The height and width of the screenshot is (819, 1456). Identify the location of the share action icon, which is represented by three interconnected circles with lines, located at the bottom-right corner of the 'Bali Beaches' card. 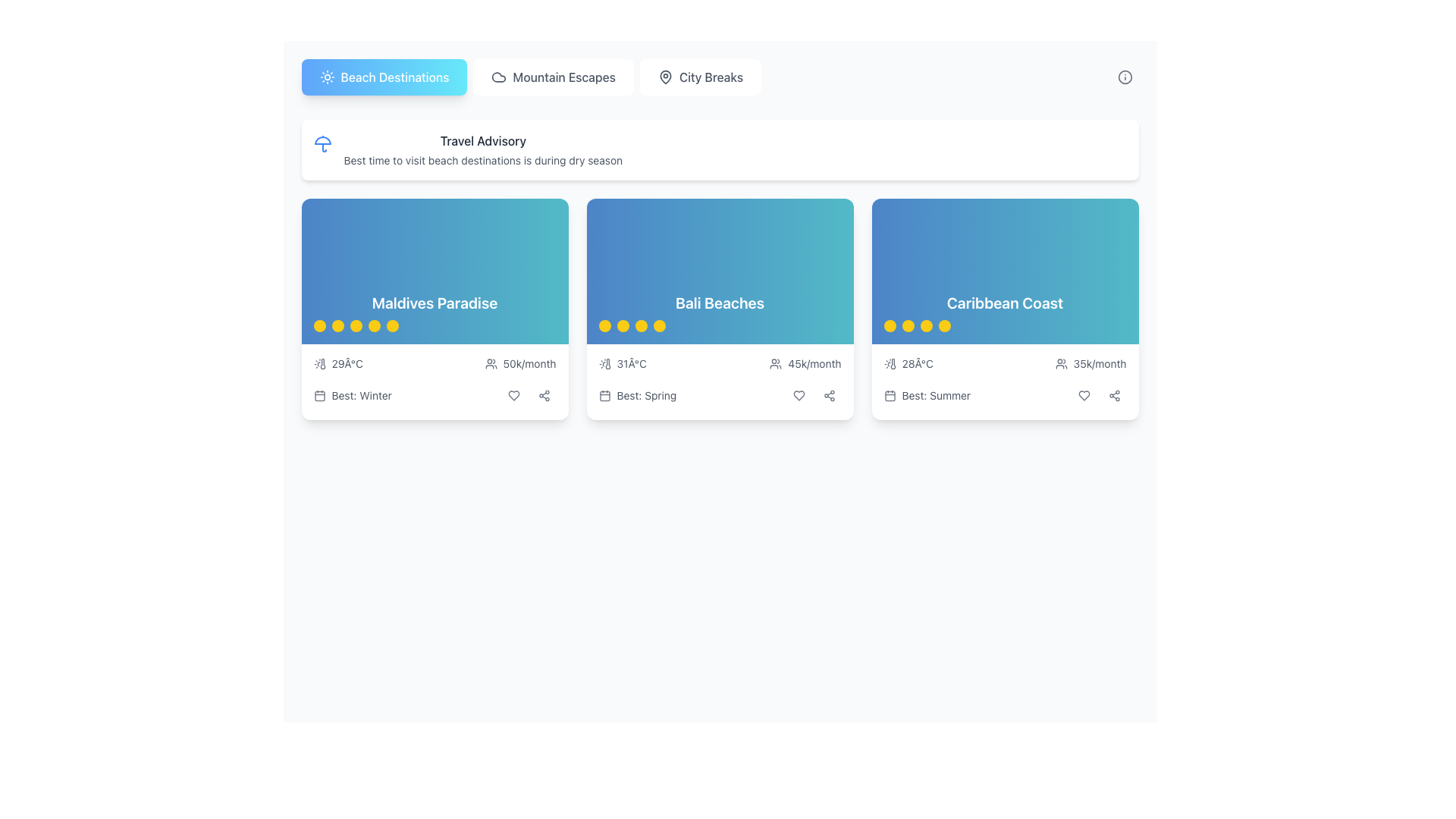
(828, 394).